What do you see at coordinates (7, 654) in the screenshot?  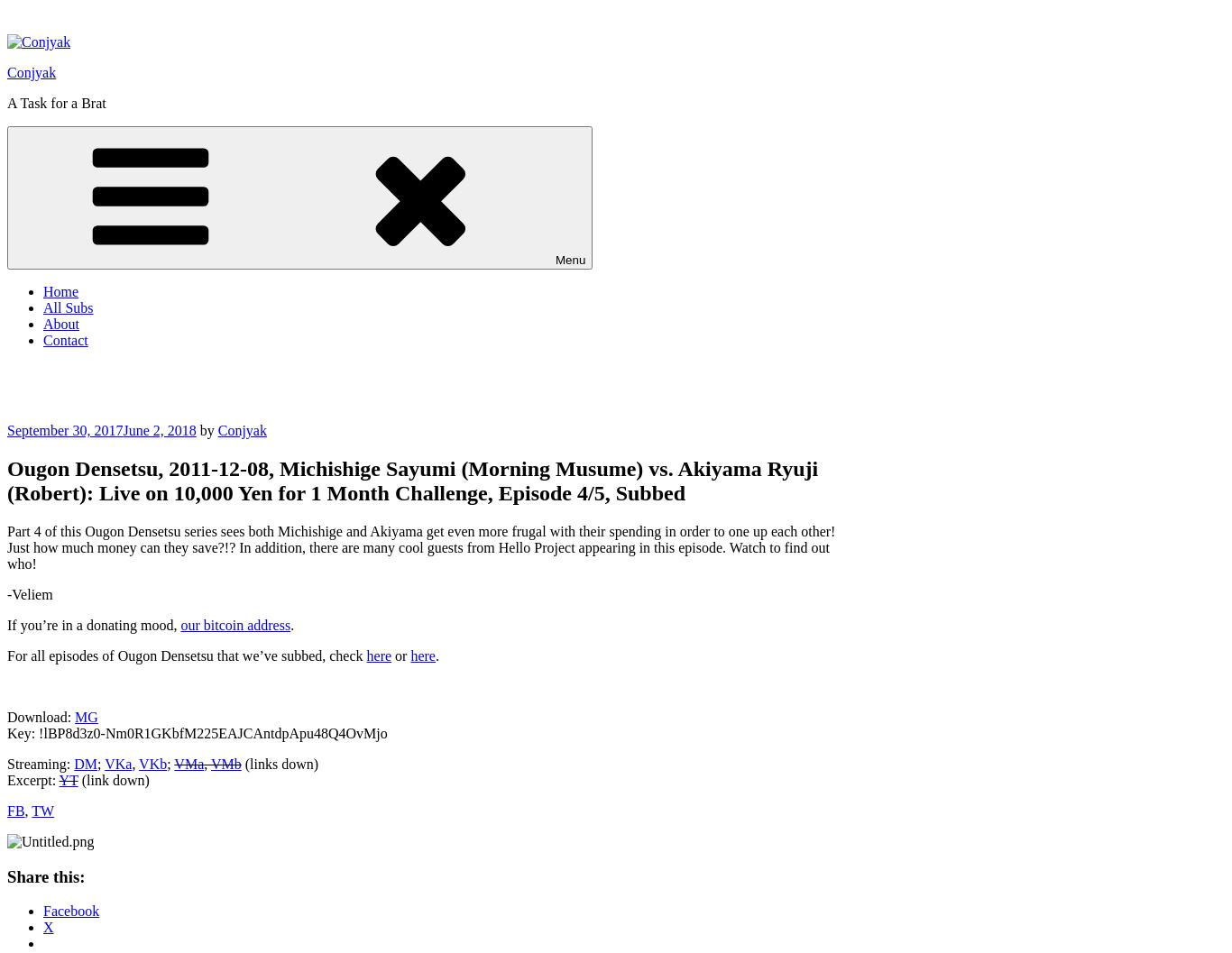 I see `'For all episodes of Ougon Densetsu that we’ve subbed, check'` at bounding box center [7, 654].